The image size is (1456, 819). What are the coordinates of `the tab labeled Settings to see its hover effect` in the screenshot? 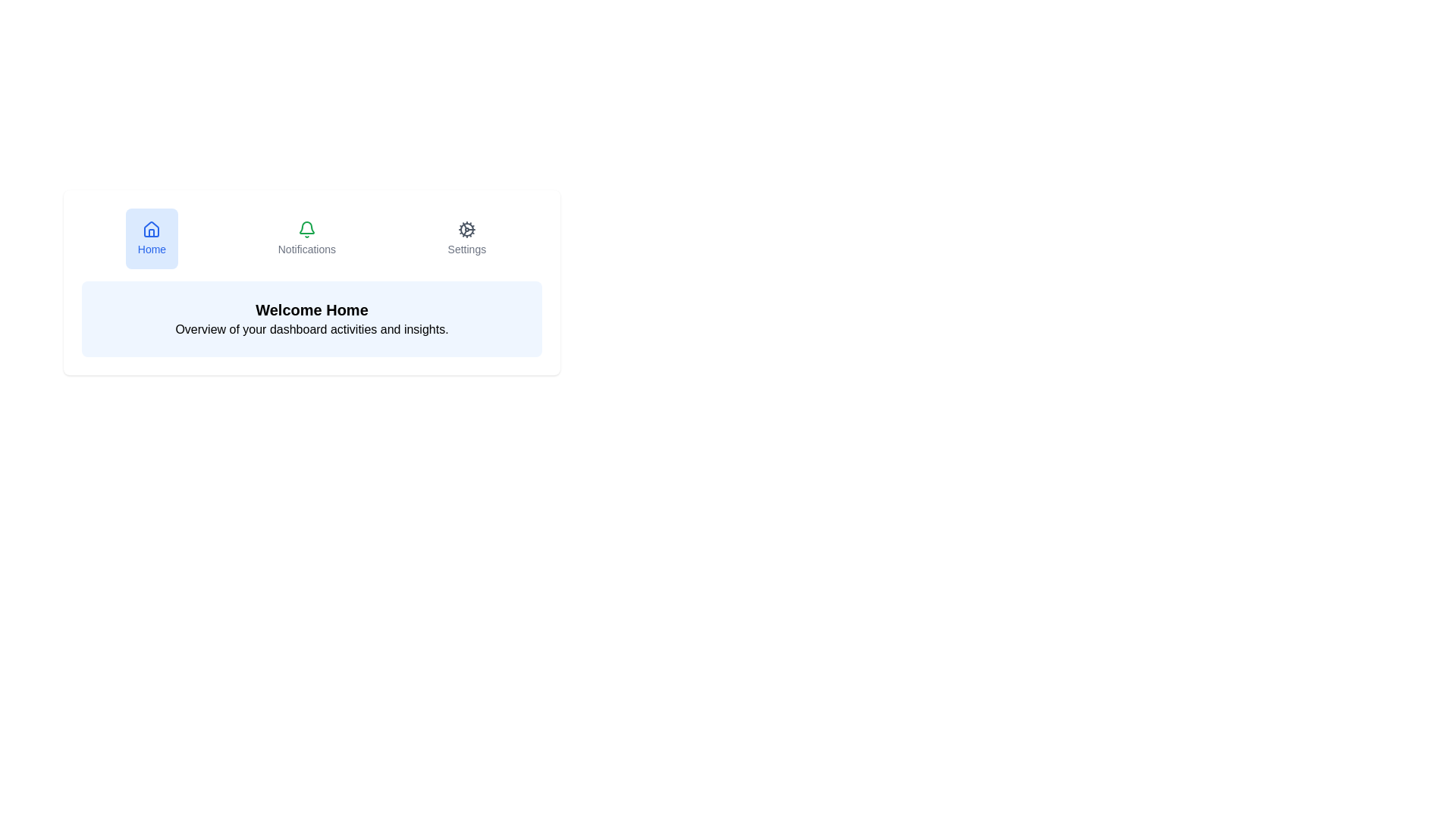 It's located at (465, 239).